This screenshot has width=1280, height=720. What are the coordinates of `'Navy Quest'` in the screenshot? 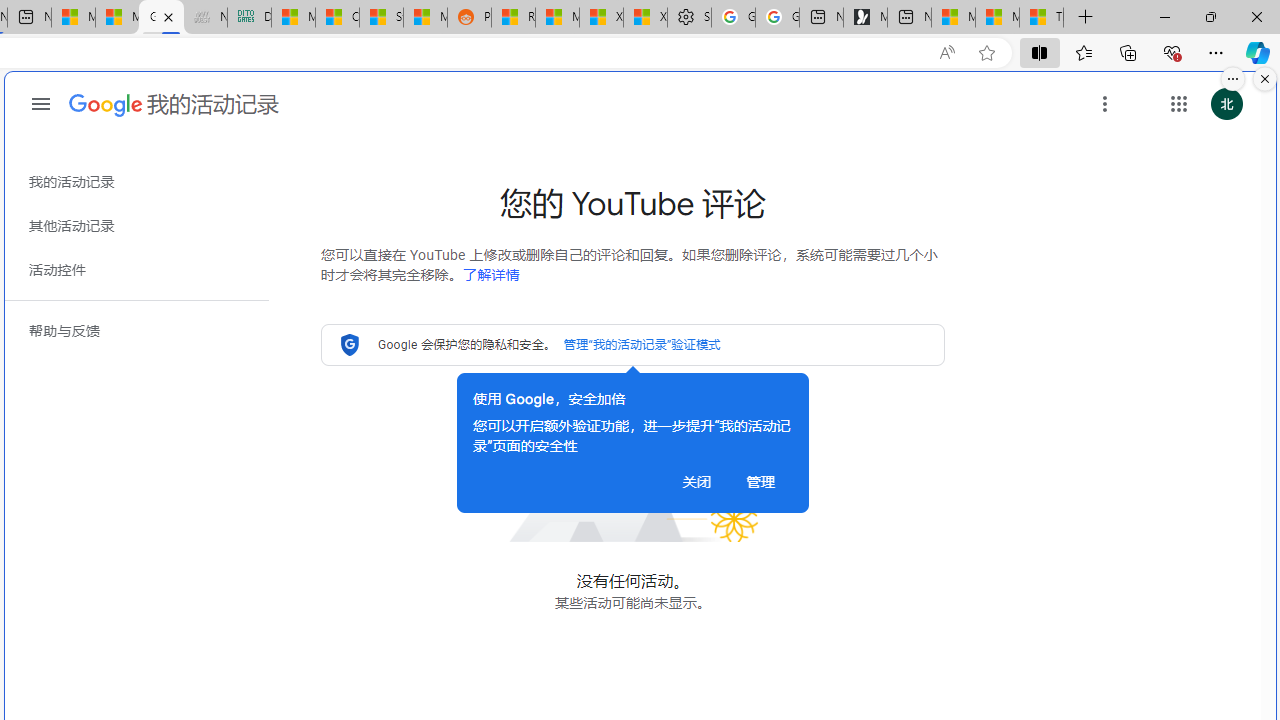 It's located at (205, 17).